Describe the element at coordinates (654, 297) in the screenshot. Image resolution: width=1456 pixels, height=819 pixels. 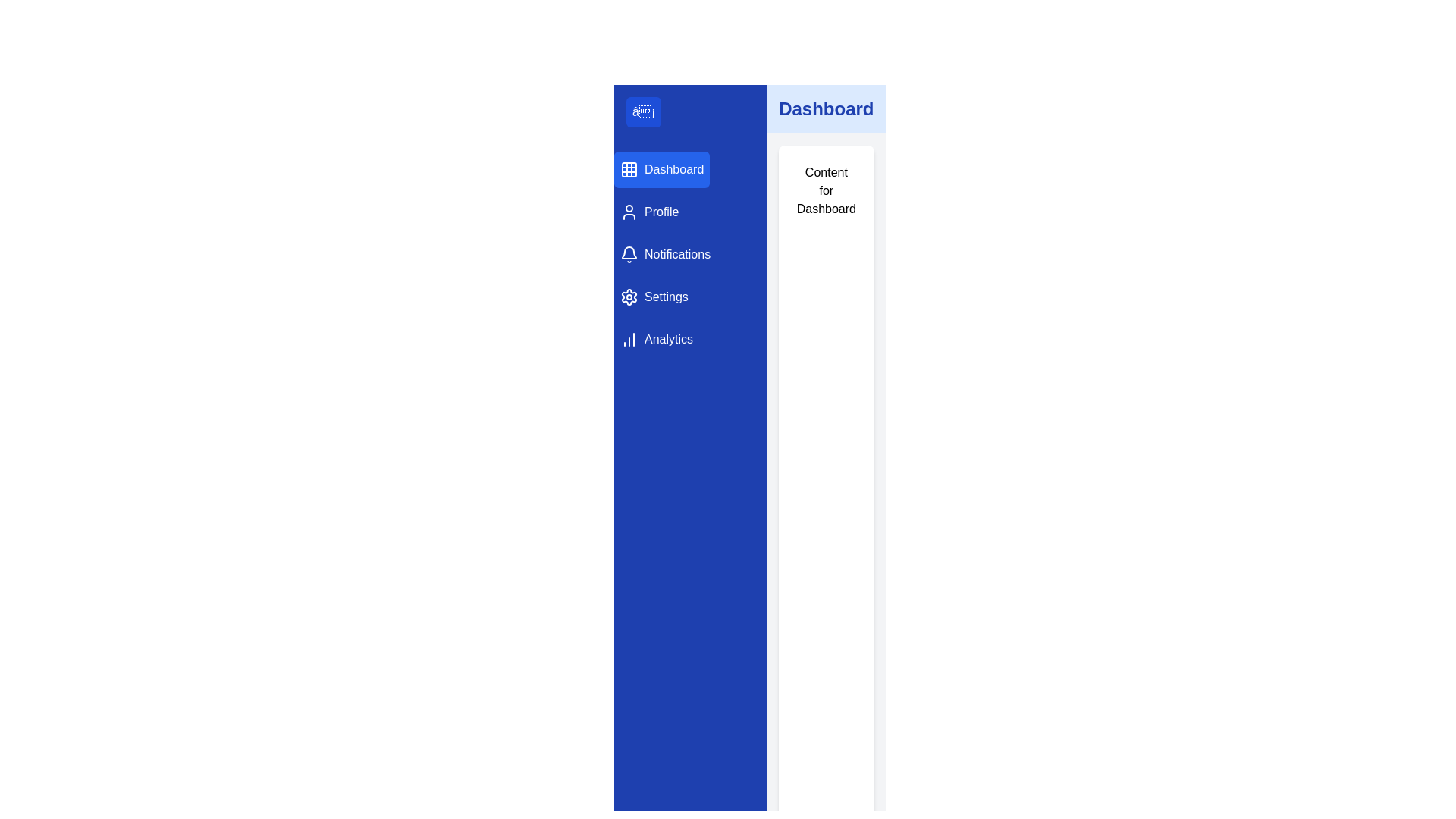
I see `the navigation button in the vertical menu on the left side, fourth from the top` at that location.